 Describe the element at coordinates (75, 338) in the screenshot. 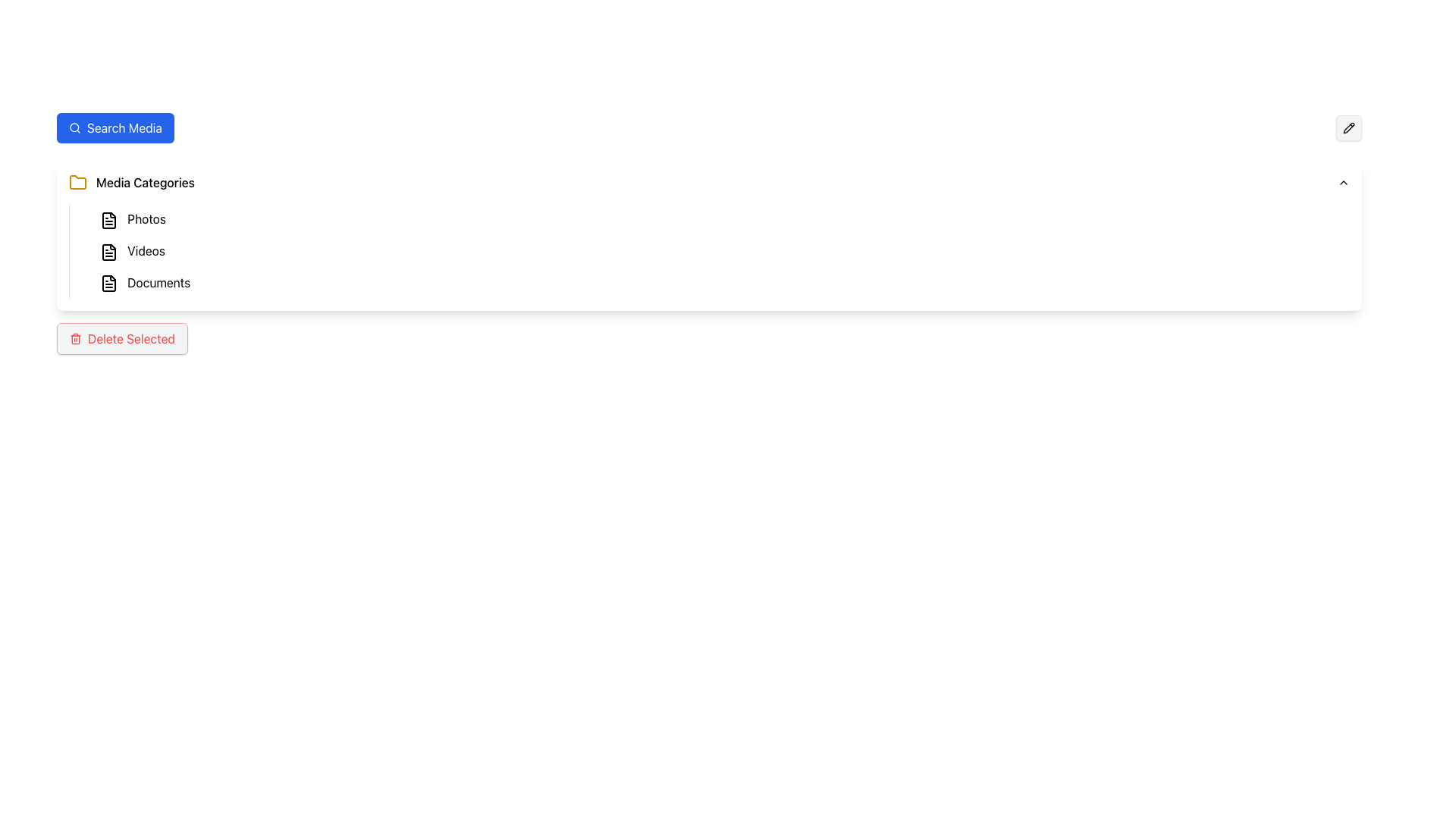

I see `the red trash can icon indicating delete functionality, which is positioned to the left of the 'Delete Selected' text at the bottom of the interface` at that location.